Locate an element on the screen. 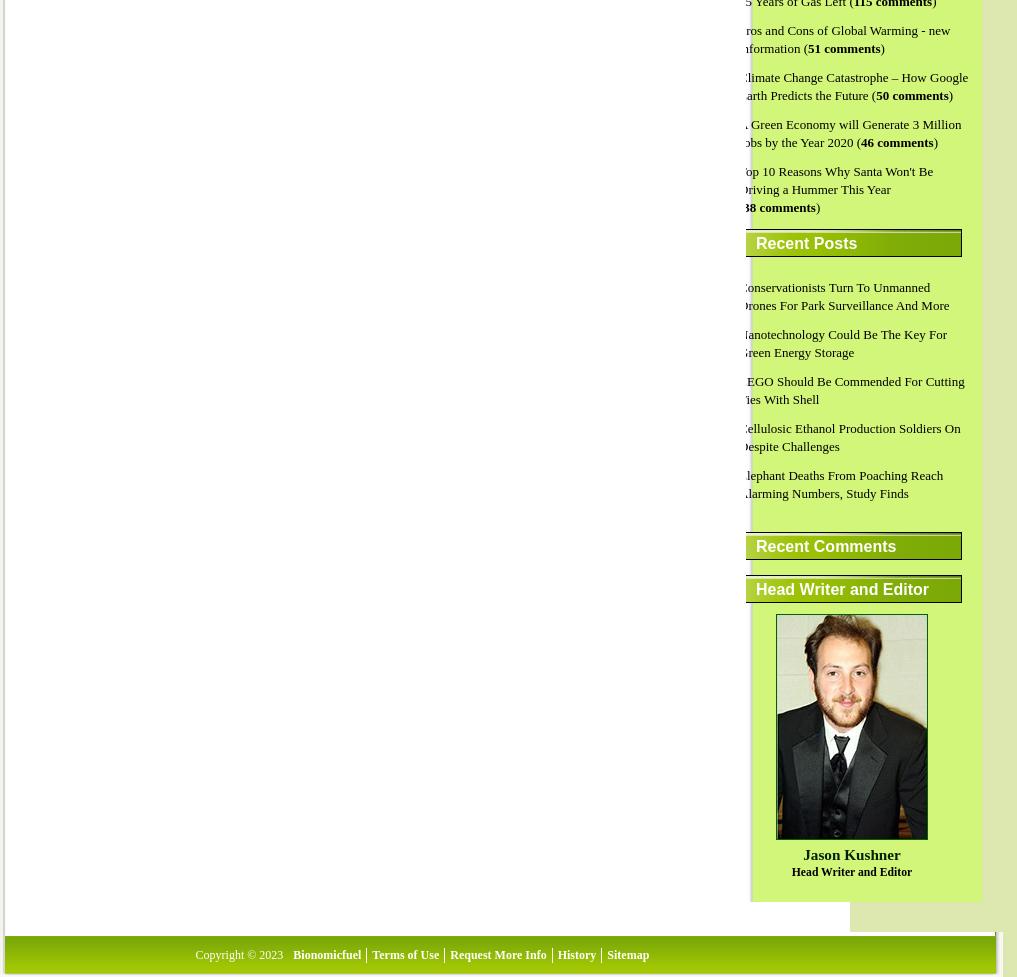 The height and width of the screenshot is (977, 1017). 'A Green Economy will Generate 3 Million Jobs by the Year 2020 (' is located at coordinates (738, 133).